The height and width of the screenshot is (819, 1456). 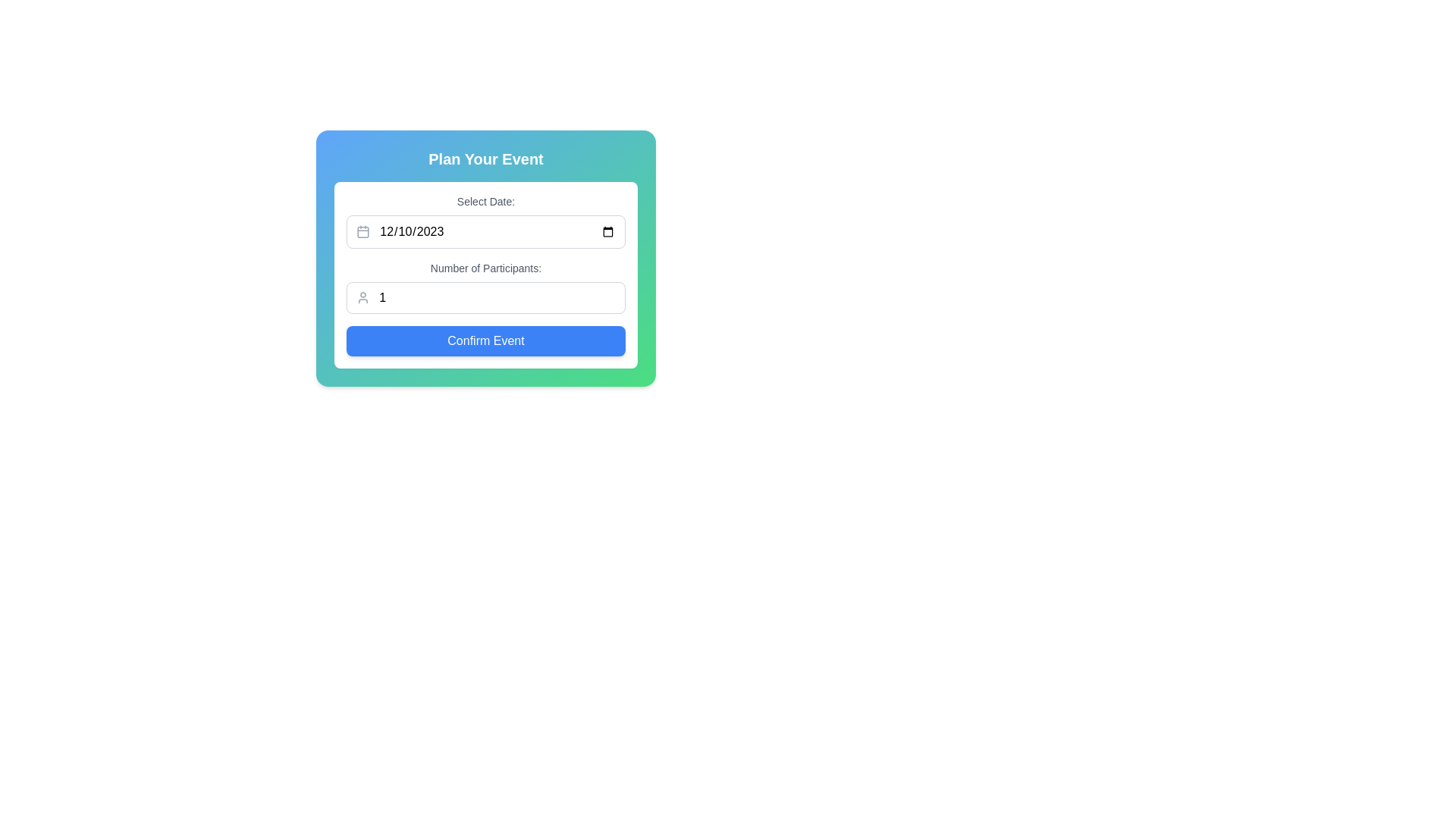 I want to click on the small, rounded rectangle SVG element that is part of the calendar icon, located to the left of the 'Select Date:' text field, so click(x=362, y=232).